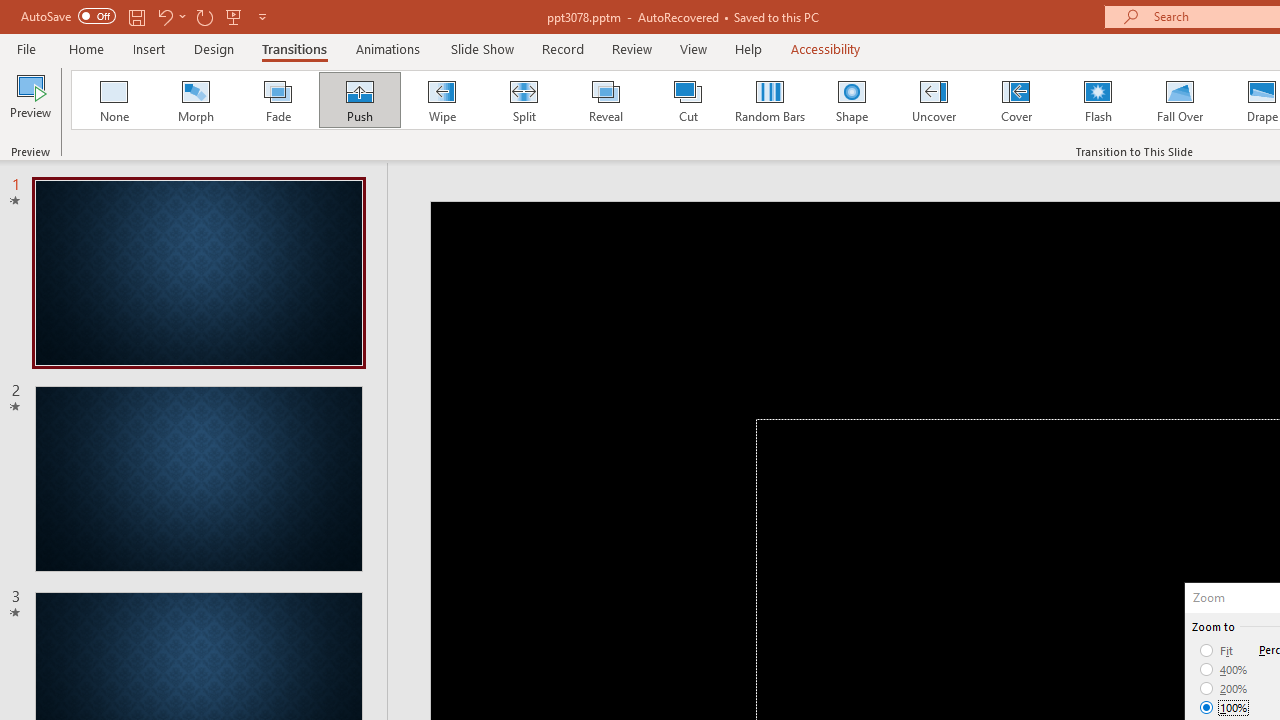 The height and width of the screenshot is (720, 1280). I want to click on 'Fit', so click(1216, 650).